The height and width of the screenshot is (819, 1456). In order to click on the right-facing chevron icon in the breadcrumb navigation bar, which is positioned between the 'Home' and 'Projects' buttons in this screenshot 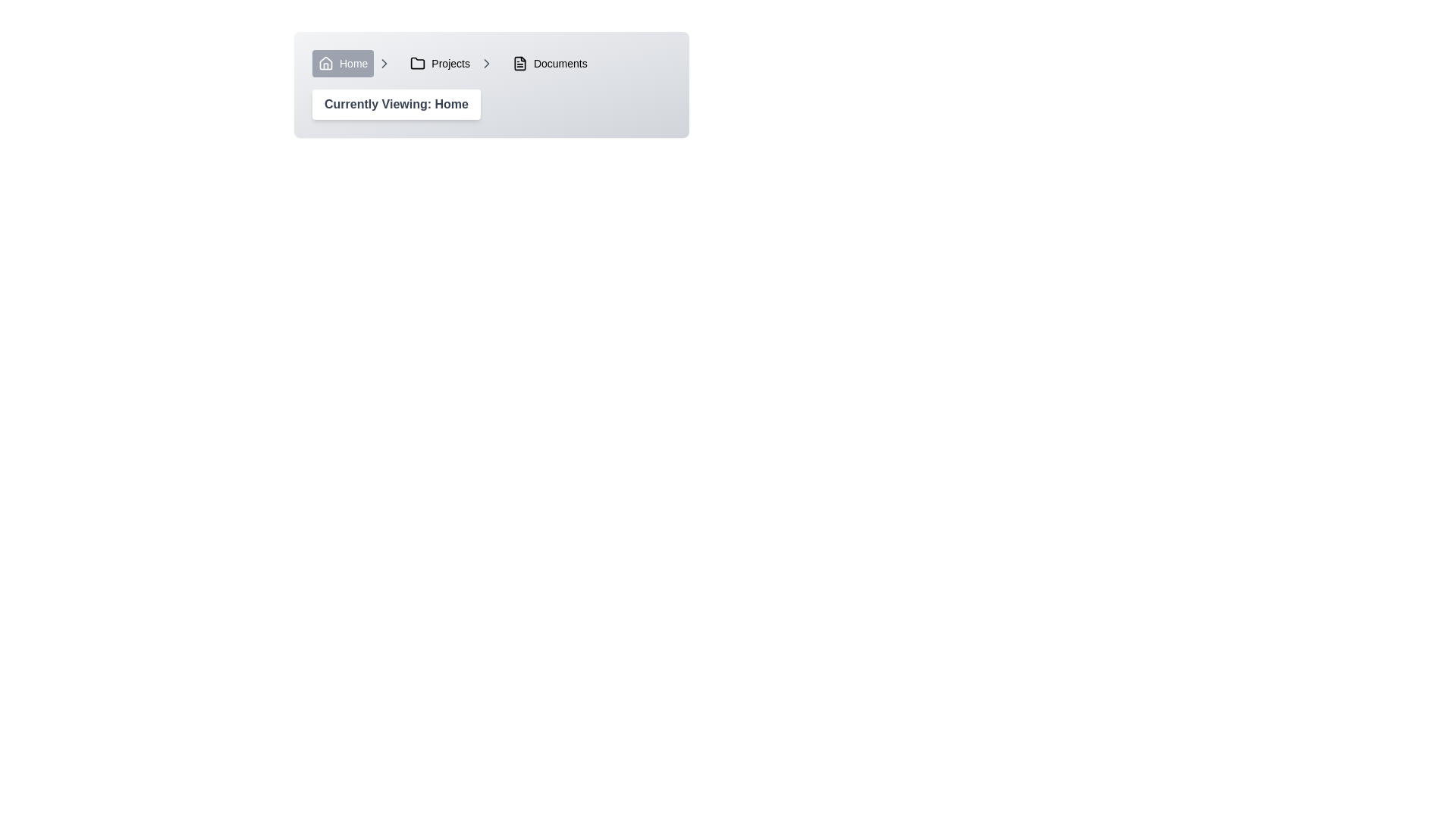, I will do `click(486, 63)`.